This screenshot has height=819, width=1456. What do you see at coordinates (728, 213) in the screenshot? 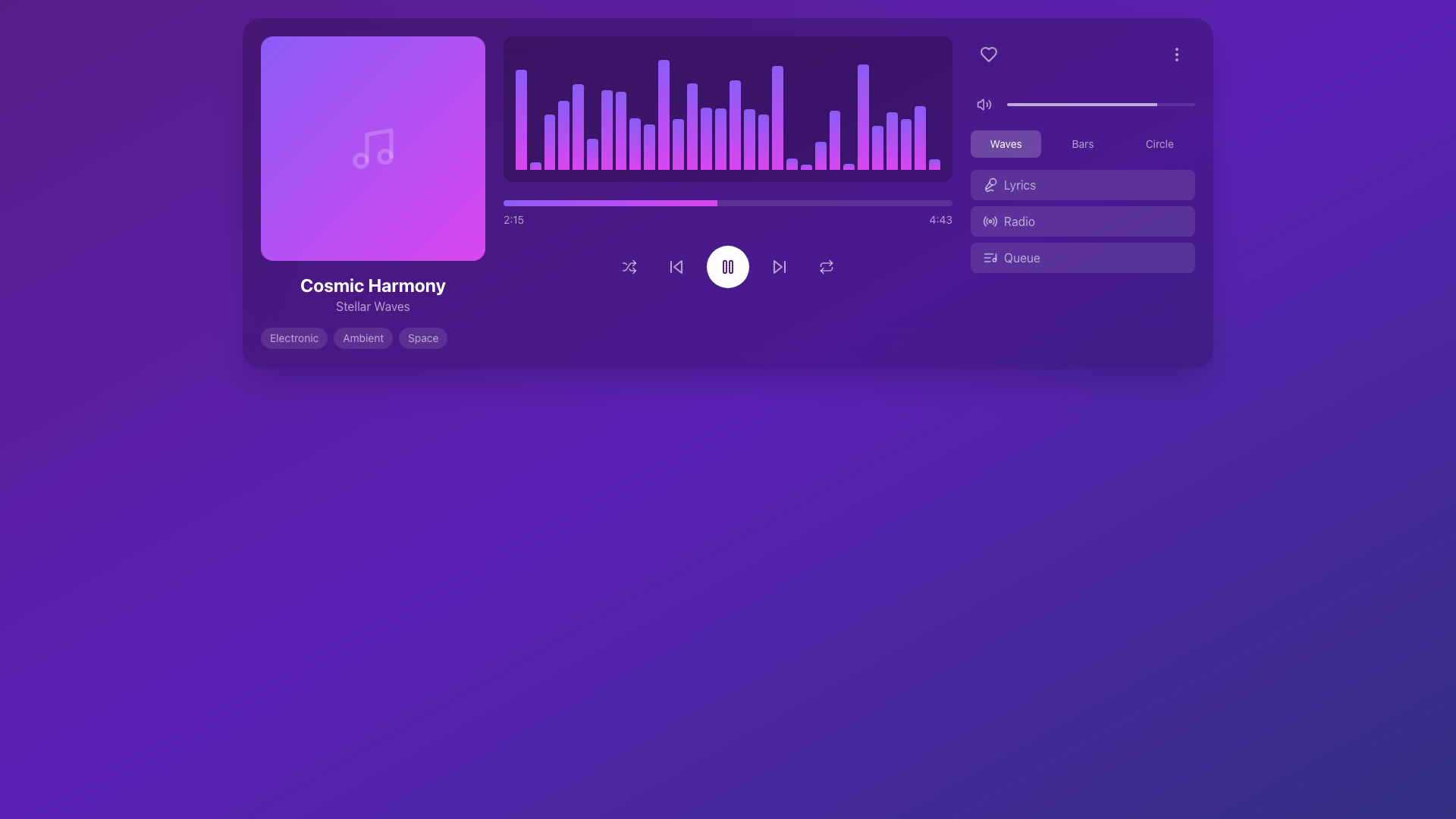
I see `the horizontal progress bar with a gradient fill` at bounding box center [728, 213].